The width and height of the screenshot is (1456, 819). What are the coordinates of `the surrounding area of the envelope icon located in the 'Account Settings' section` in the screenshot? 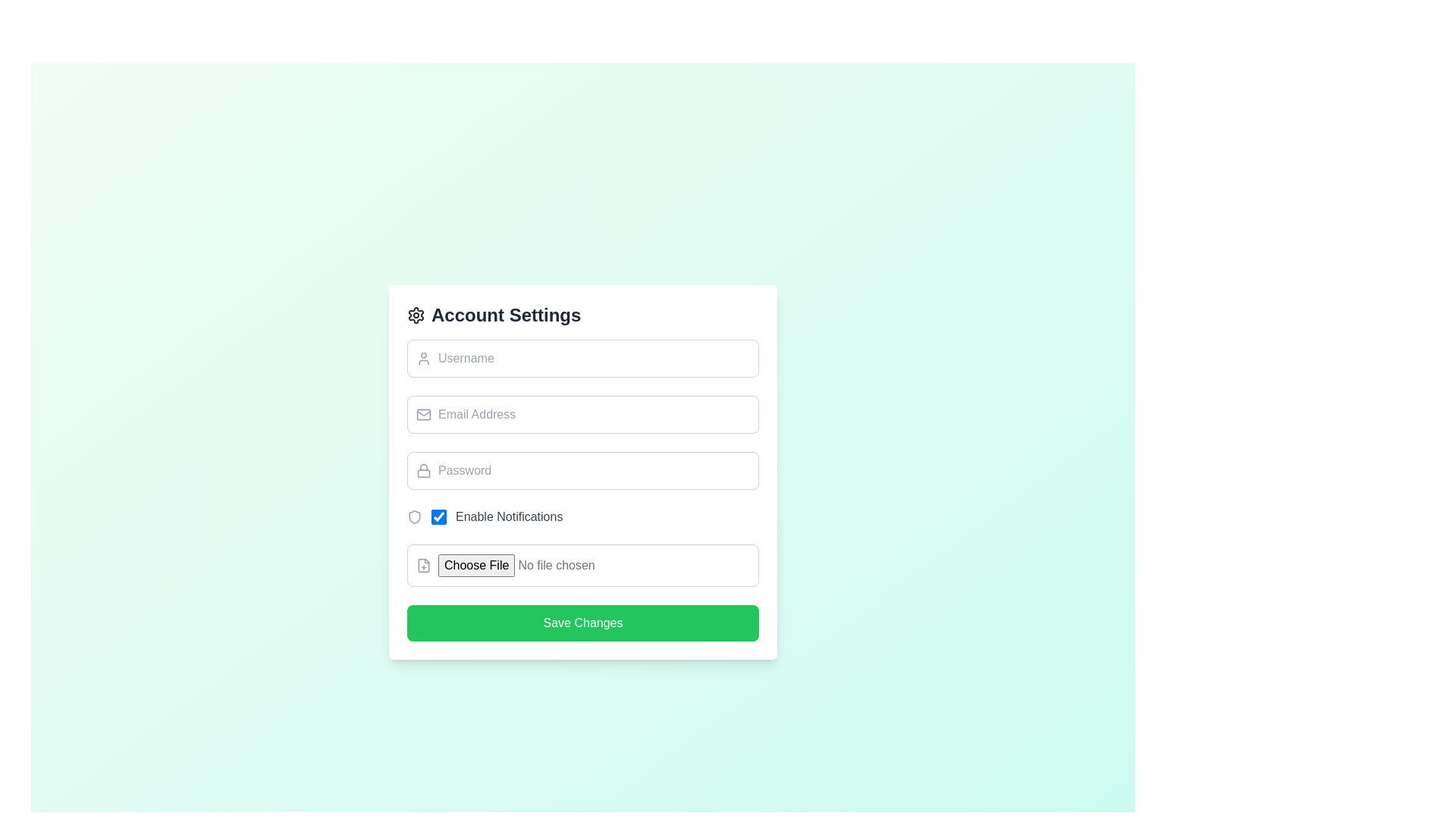 It's located at (423, 415).